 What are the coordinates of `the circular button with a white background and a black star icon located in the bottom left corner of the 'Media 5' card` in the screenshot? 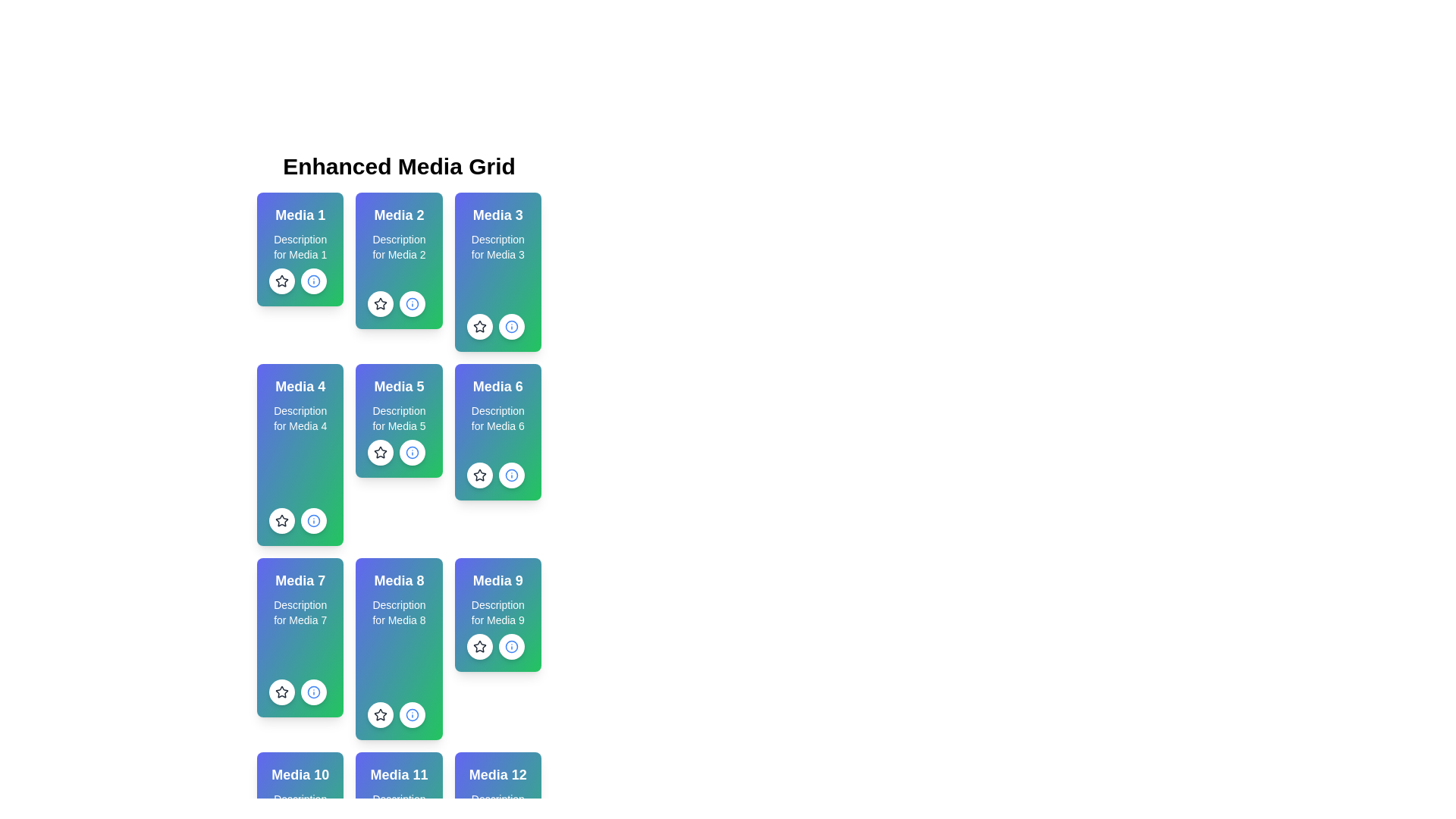 It's located at (381, 452).